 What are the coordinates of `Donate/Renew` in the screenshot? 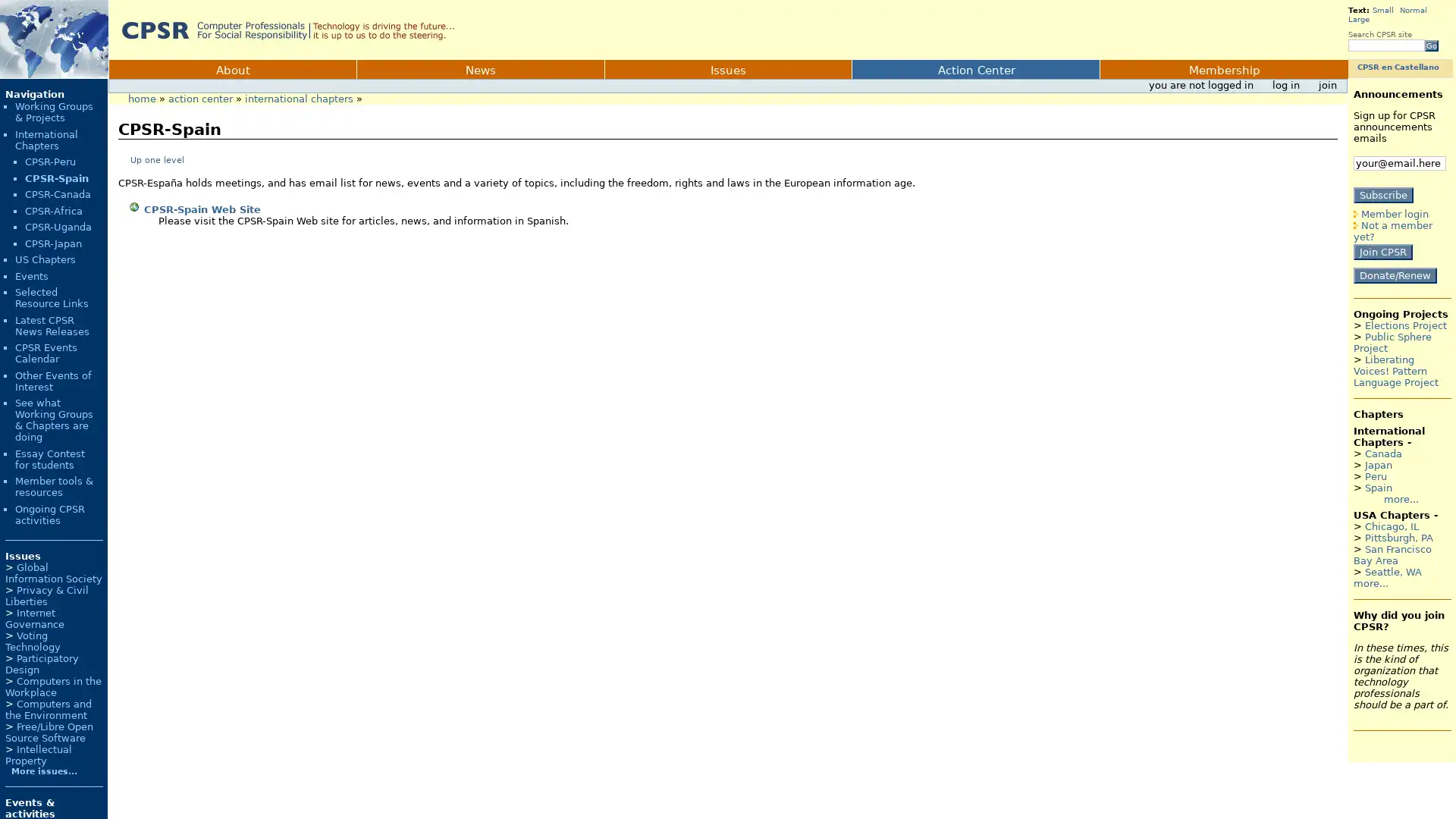 It's located at (1394, 275).